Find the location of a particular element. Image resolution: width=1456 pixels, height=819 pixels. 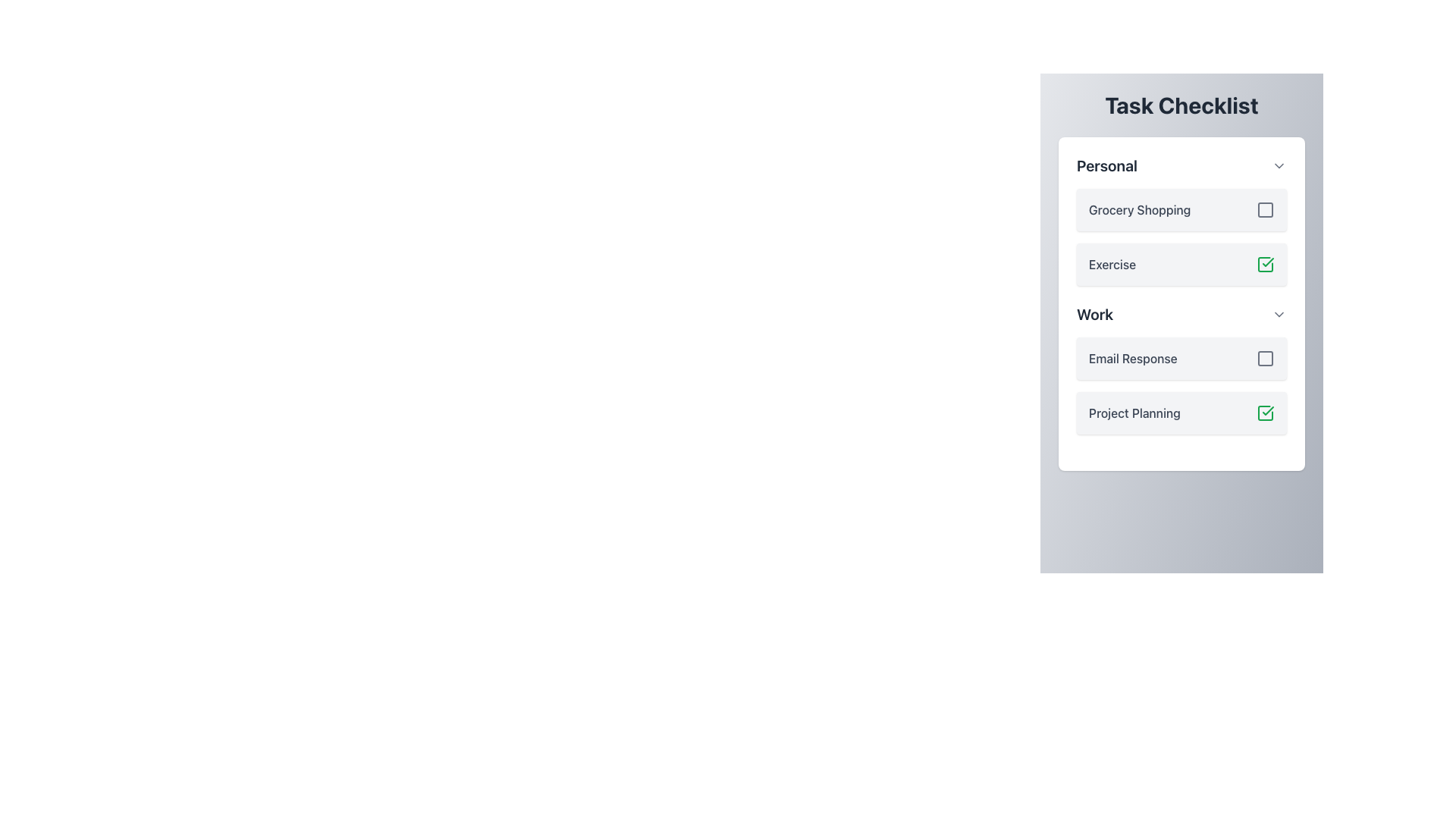

the 'Email Response' checkbox is located at coordinates (1181, 359).